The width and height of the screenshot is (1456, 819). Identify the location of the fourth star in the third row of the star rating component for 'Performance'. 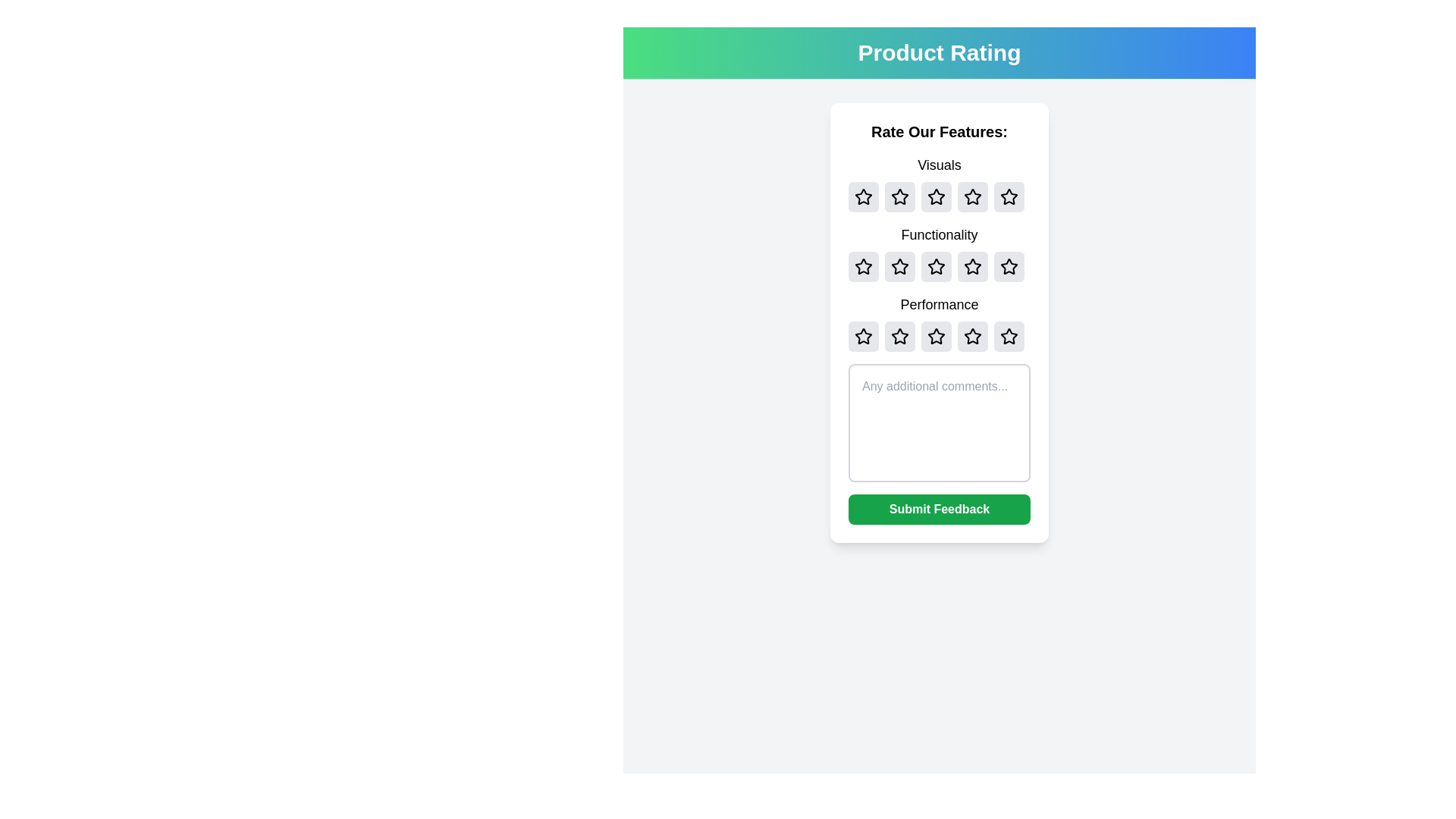
(972, 335).